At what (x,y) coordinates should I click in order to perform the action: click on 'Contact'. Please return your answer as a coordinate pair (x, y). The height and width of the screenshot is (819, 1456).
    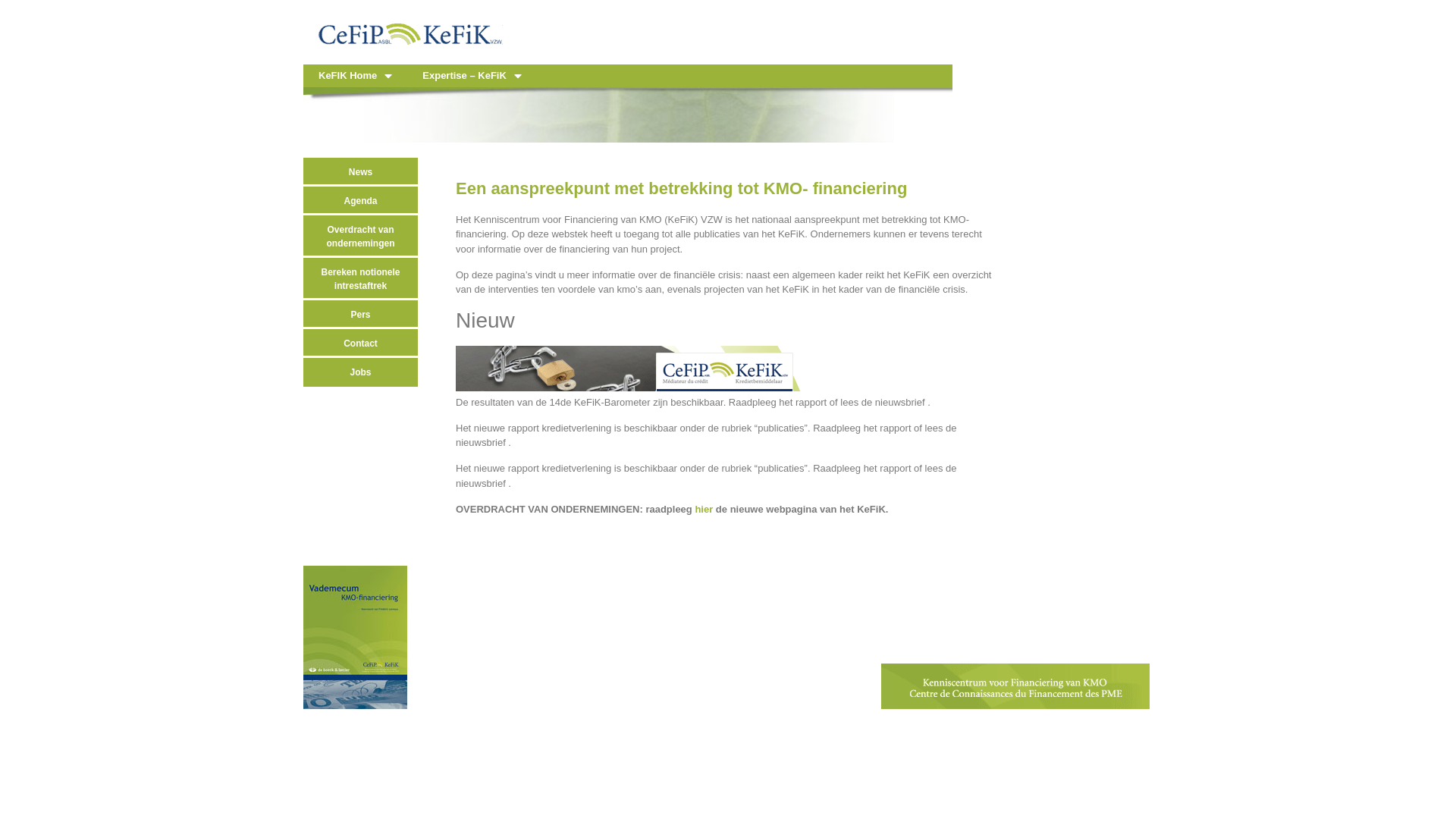
    Looking at the image, I should click on (359, 343).